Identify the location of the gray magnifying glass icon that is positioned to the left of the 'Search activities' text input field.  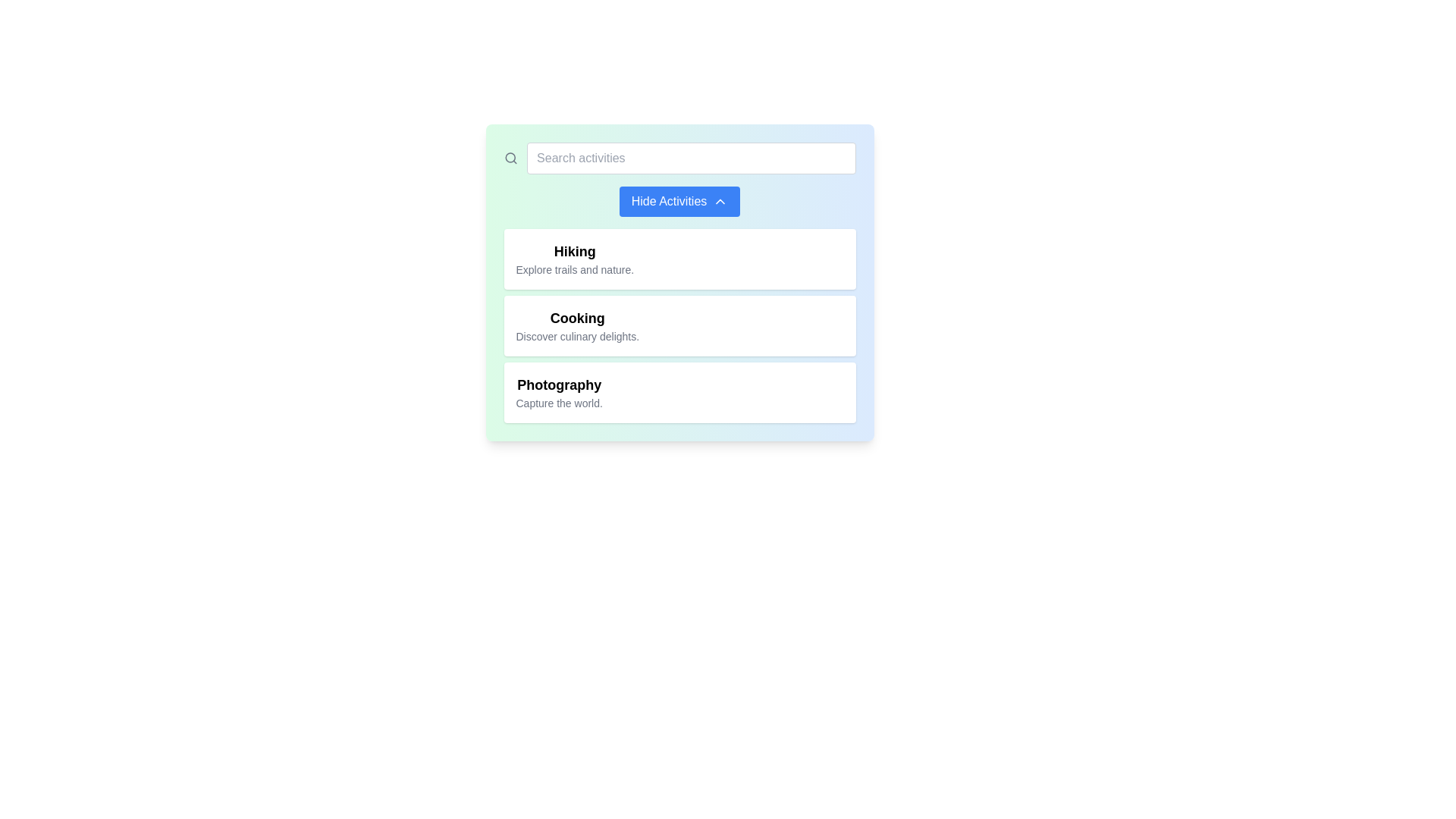
(510, 158).